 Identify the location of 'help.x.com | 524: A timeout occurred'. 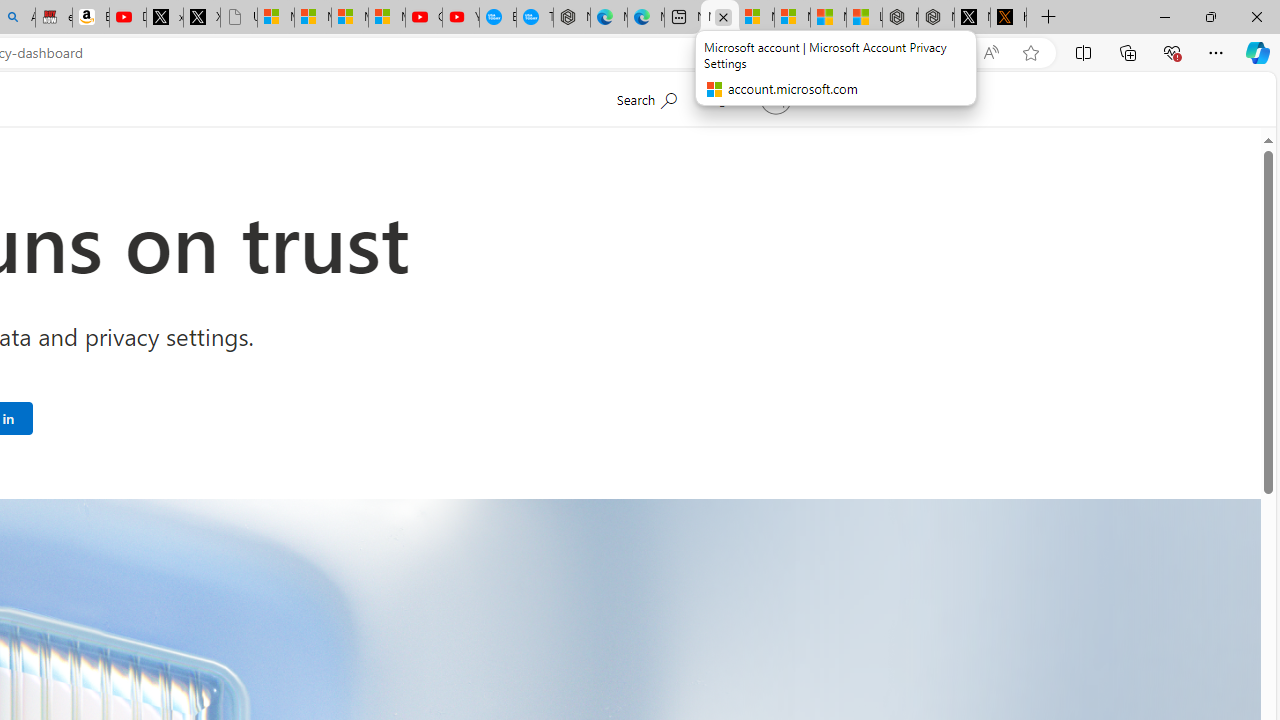
(1008, 17).